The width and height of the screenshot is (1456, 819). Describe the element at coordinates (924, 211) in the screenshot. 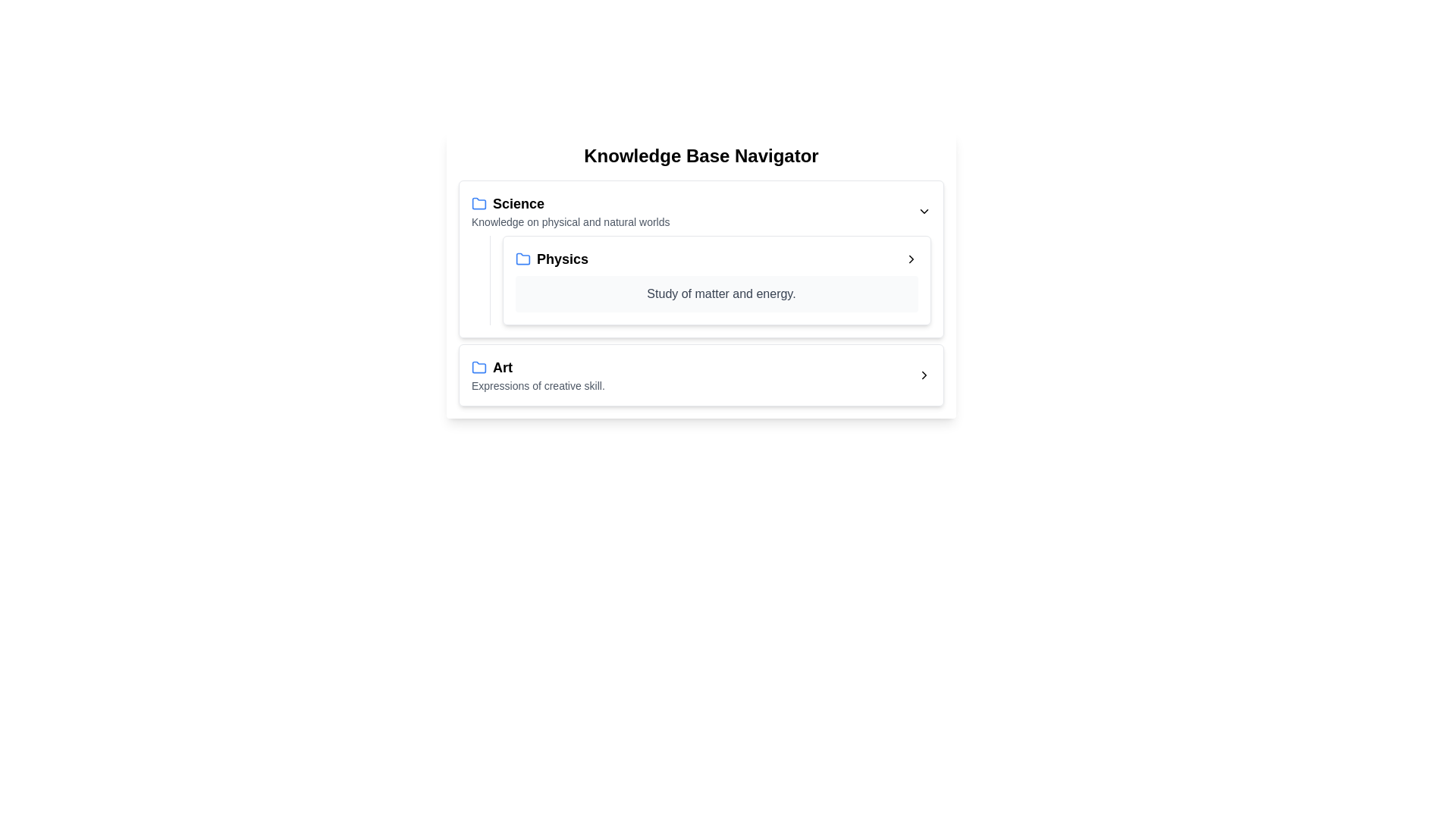

I see `the downward-facing chevron icon with a black outline located in the 'Science' section header` at that location.